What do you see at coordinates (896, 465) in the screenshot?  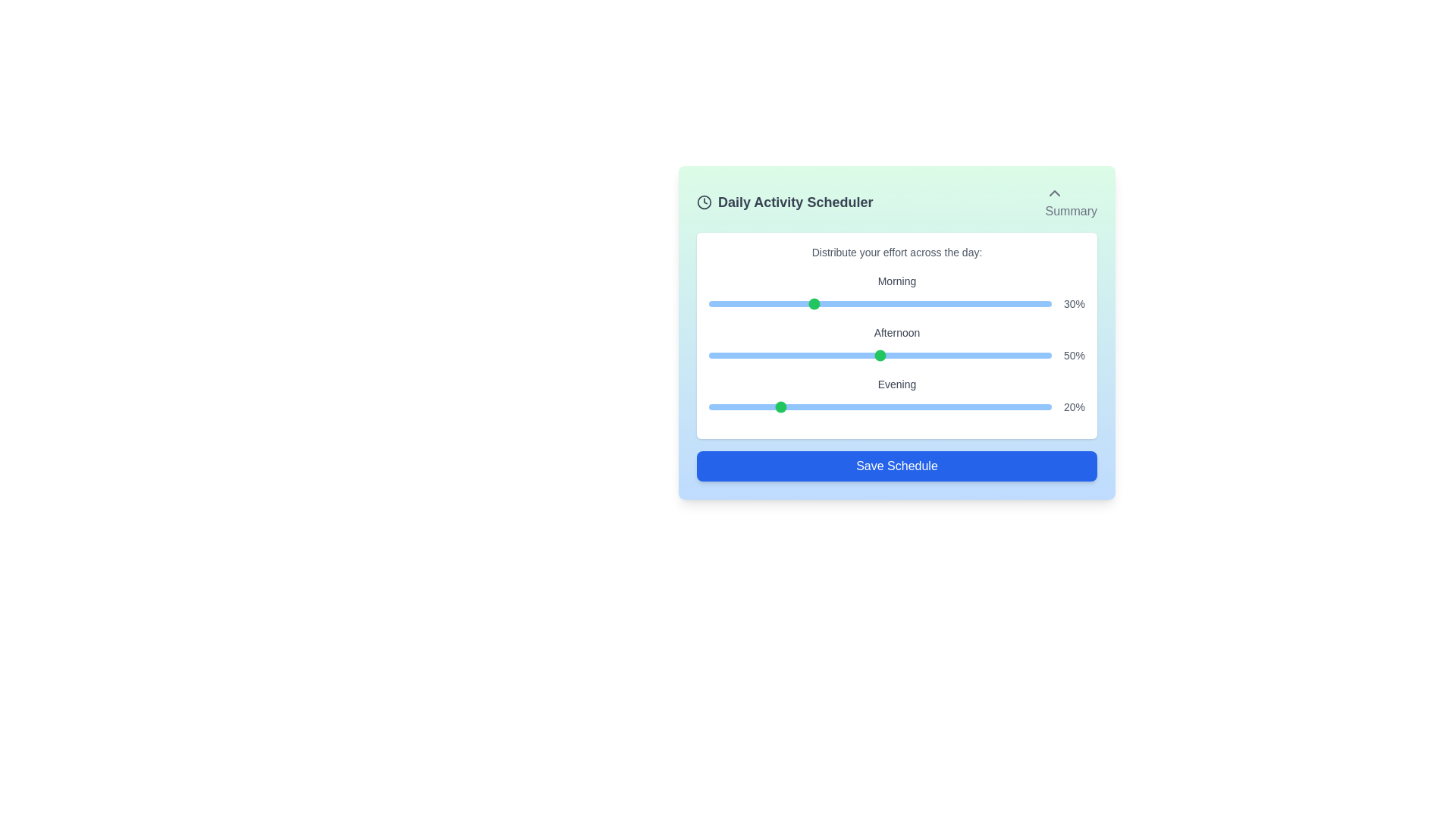 I see `the 'Save Schedule' button` at bounding box center [896, 465].